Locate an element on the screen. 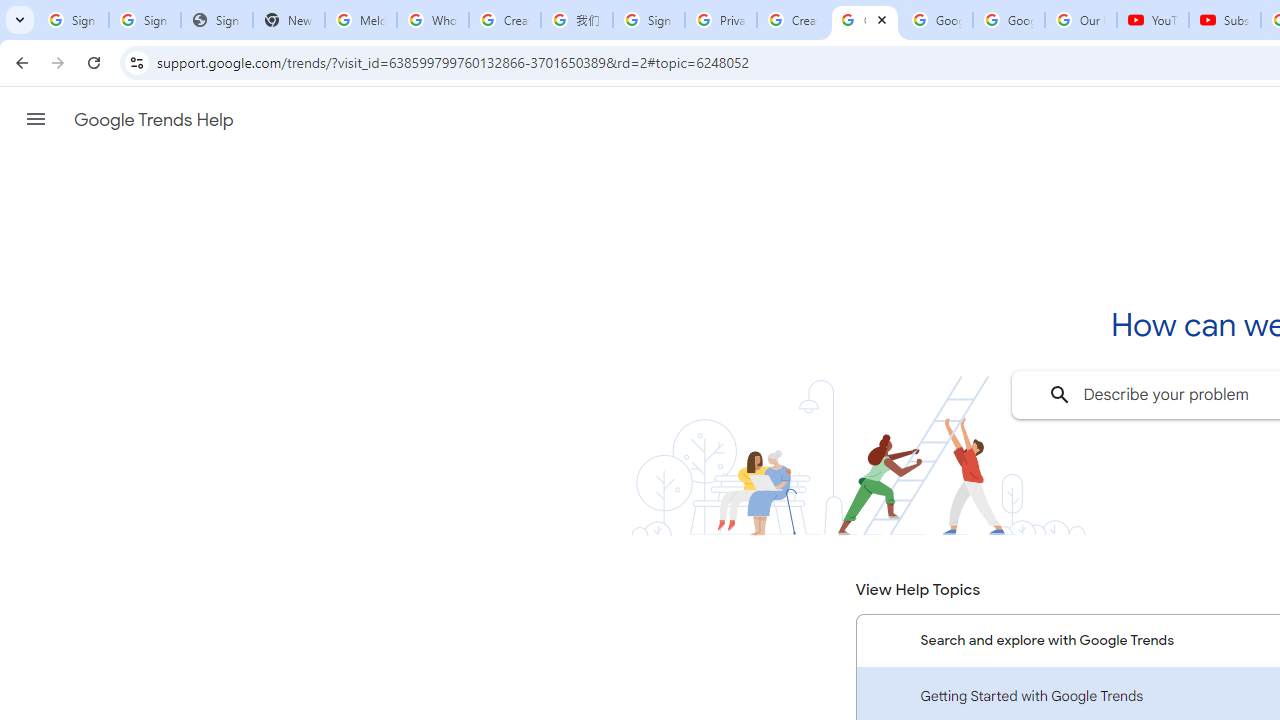 The width and height of the screenshot is (1280, 720). 'To search' is located at coordinates (1058, 394).